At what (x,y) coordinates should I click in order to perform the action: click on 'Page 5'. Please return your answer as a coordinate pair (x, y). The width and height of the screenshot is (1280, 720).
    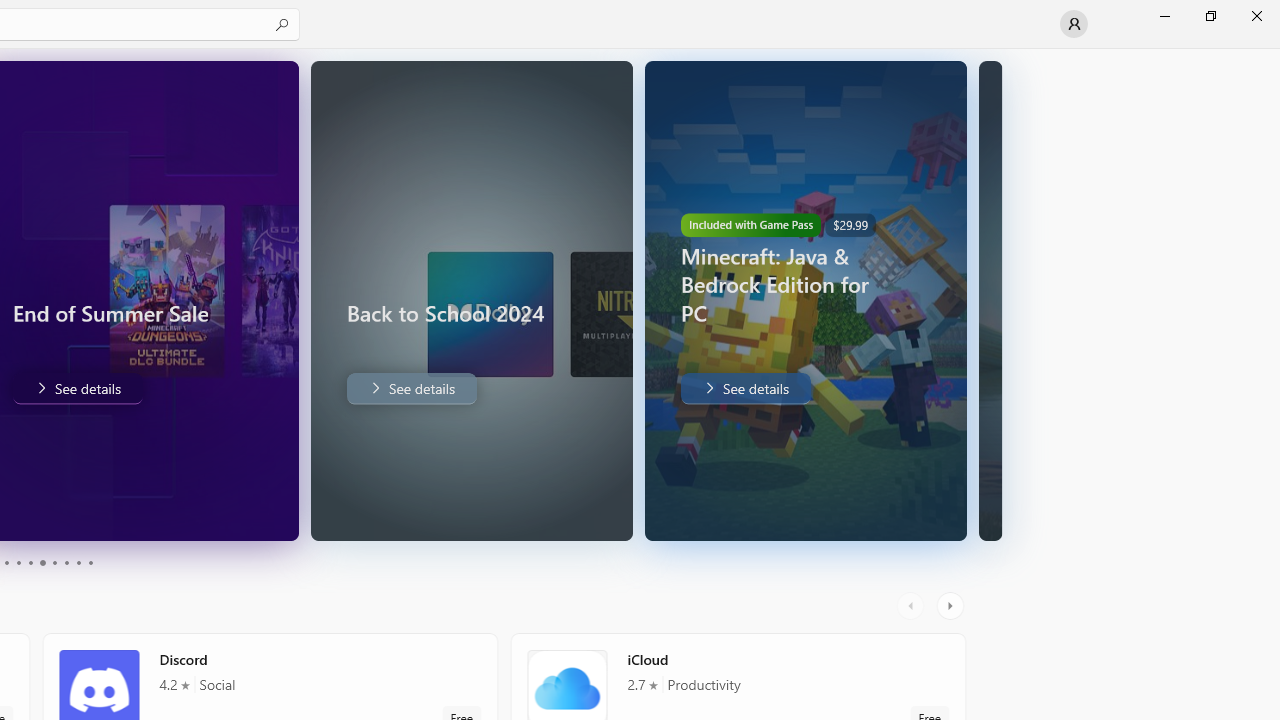
    Looking at the image, I should click on (30, 563).